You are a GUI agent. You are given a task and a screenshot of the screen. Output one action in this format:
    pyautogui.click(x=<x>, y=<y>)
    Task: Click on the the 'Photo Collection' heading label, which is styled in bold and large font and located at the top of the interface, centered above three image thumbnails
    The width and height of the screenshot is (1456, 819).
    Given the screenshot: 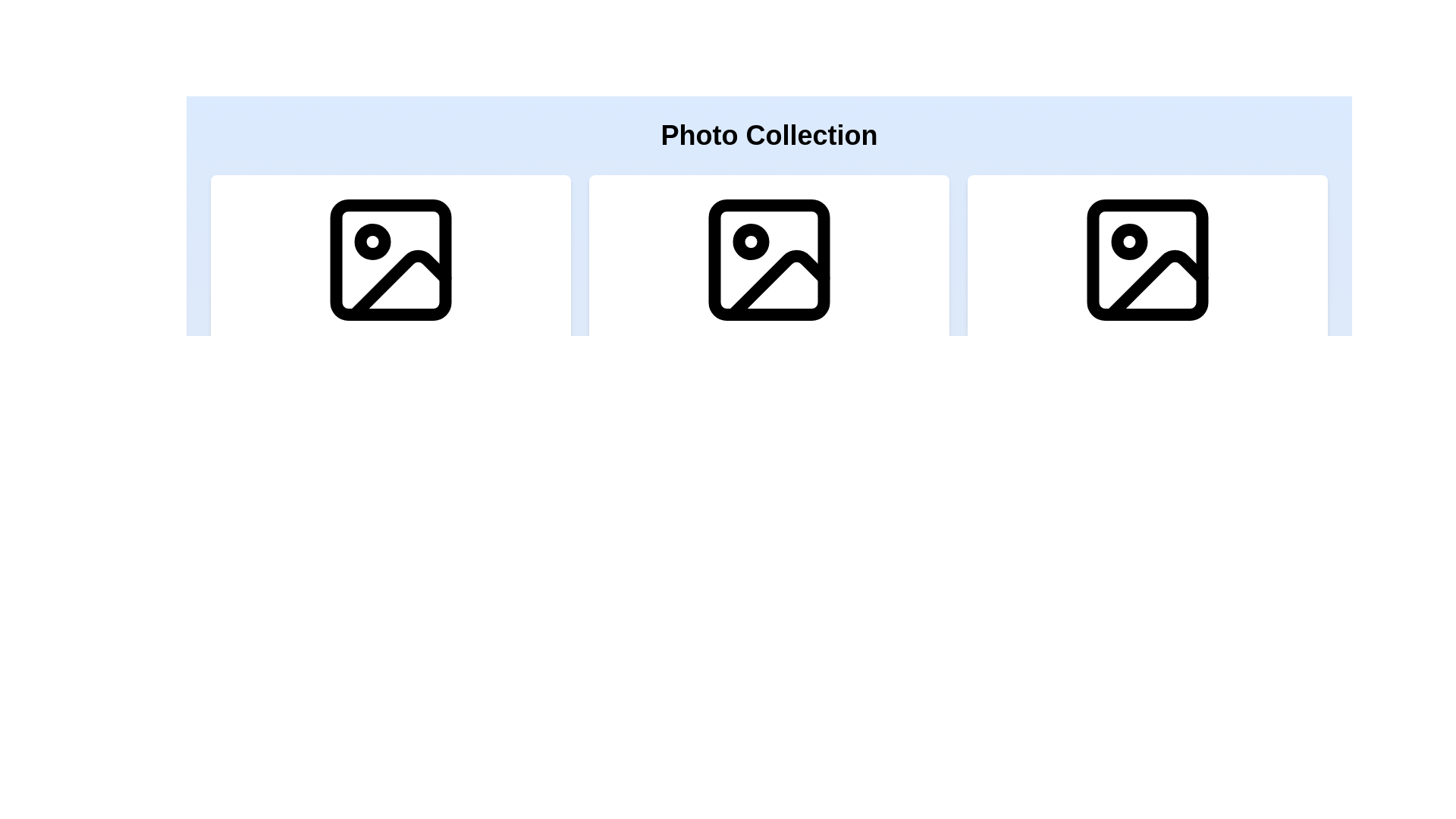 What is the action you would take?
    pyautogui.click(x=769, y=134)
    